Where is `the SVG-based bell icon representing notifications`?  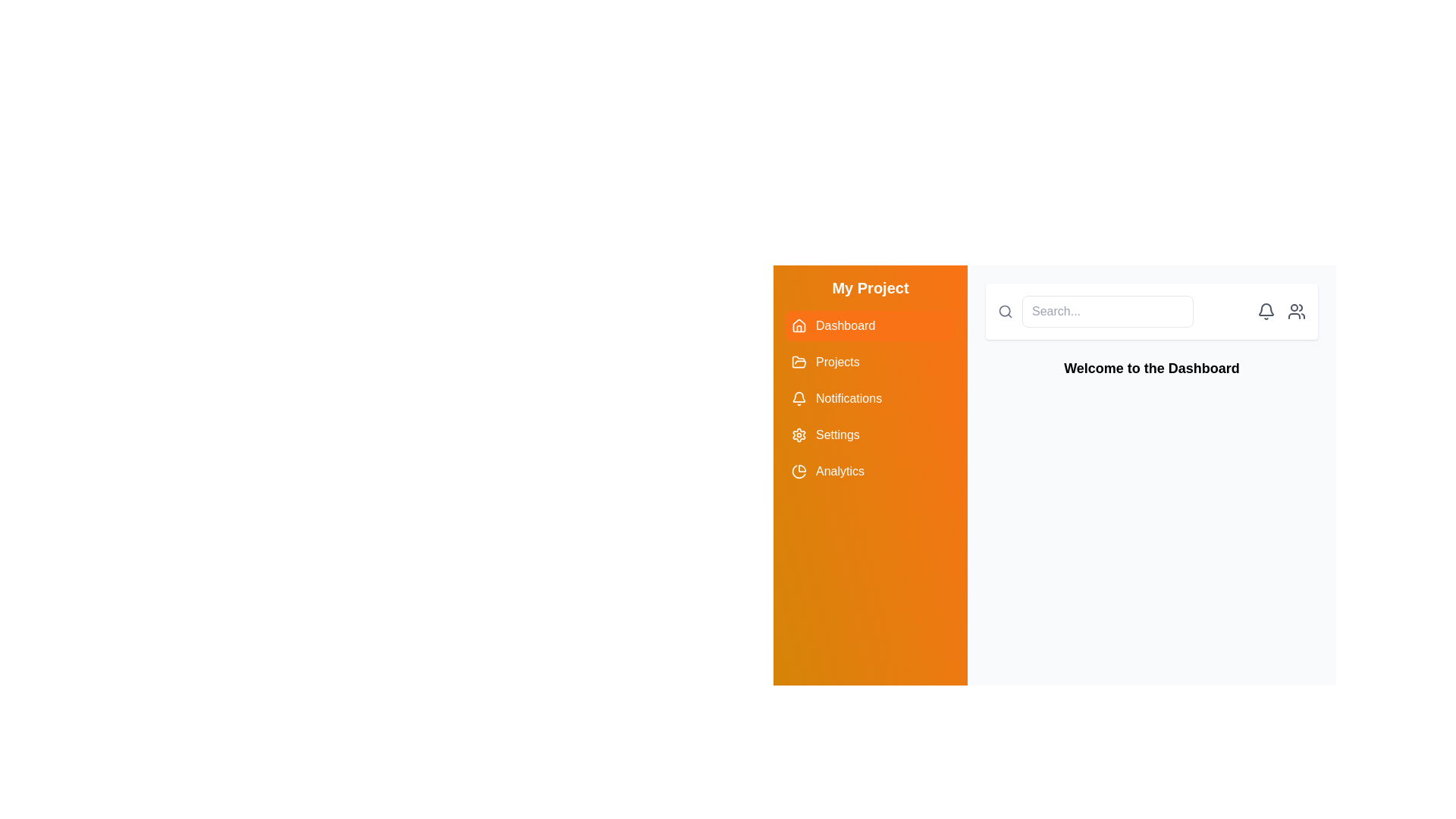
the SVG-based bell icon representing notifications is located at coordinates (799, 396).